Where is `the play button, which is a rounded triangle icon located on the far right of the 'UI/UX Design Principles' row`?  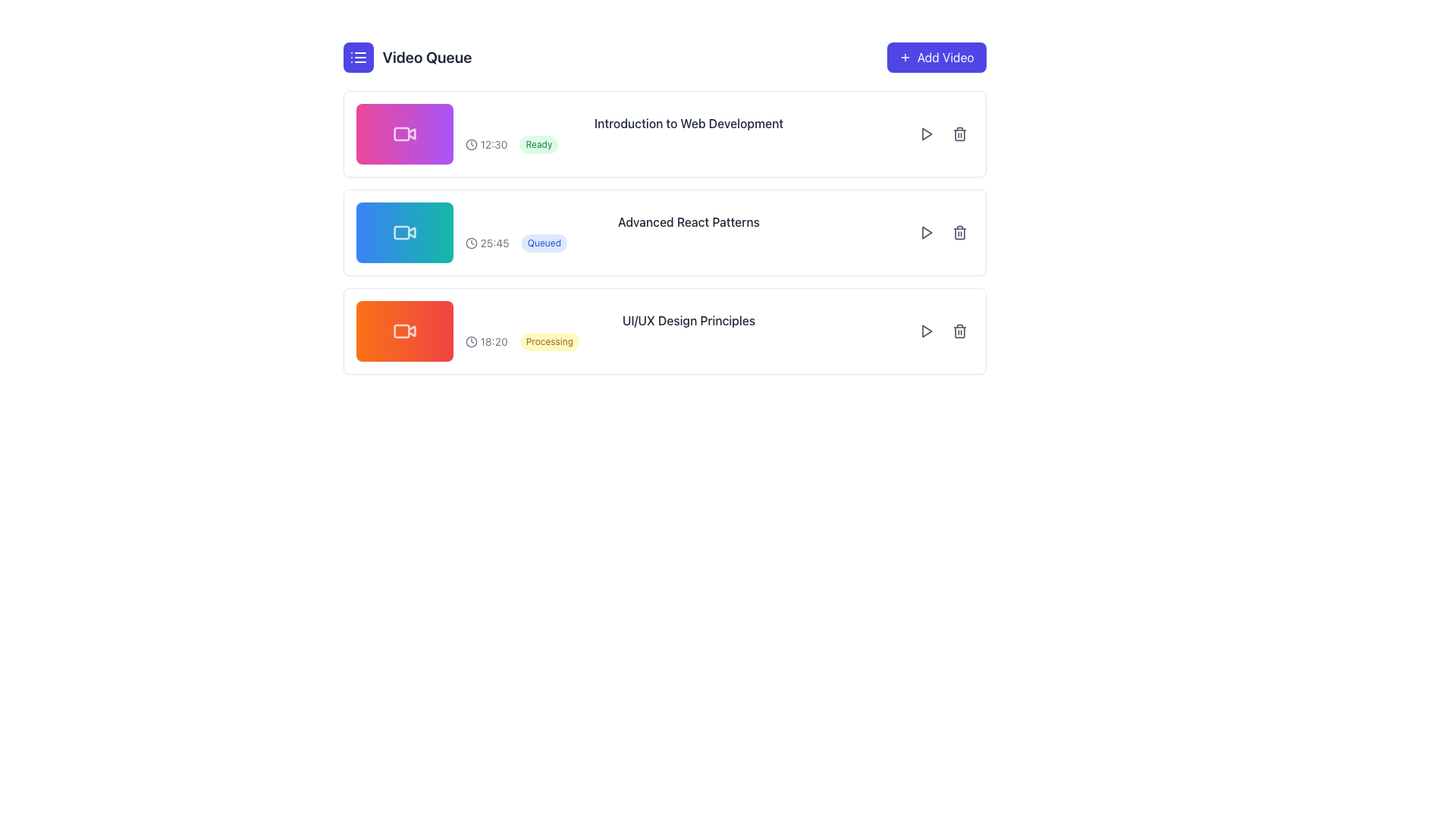 the play button, which is a rounded triangle icon located on the far right of the 'UI/UX Design Principles' row is located at coordinates (926, 330).